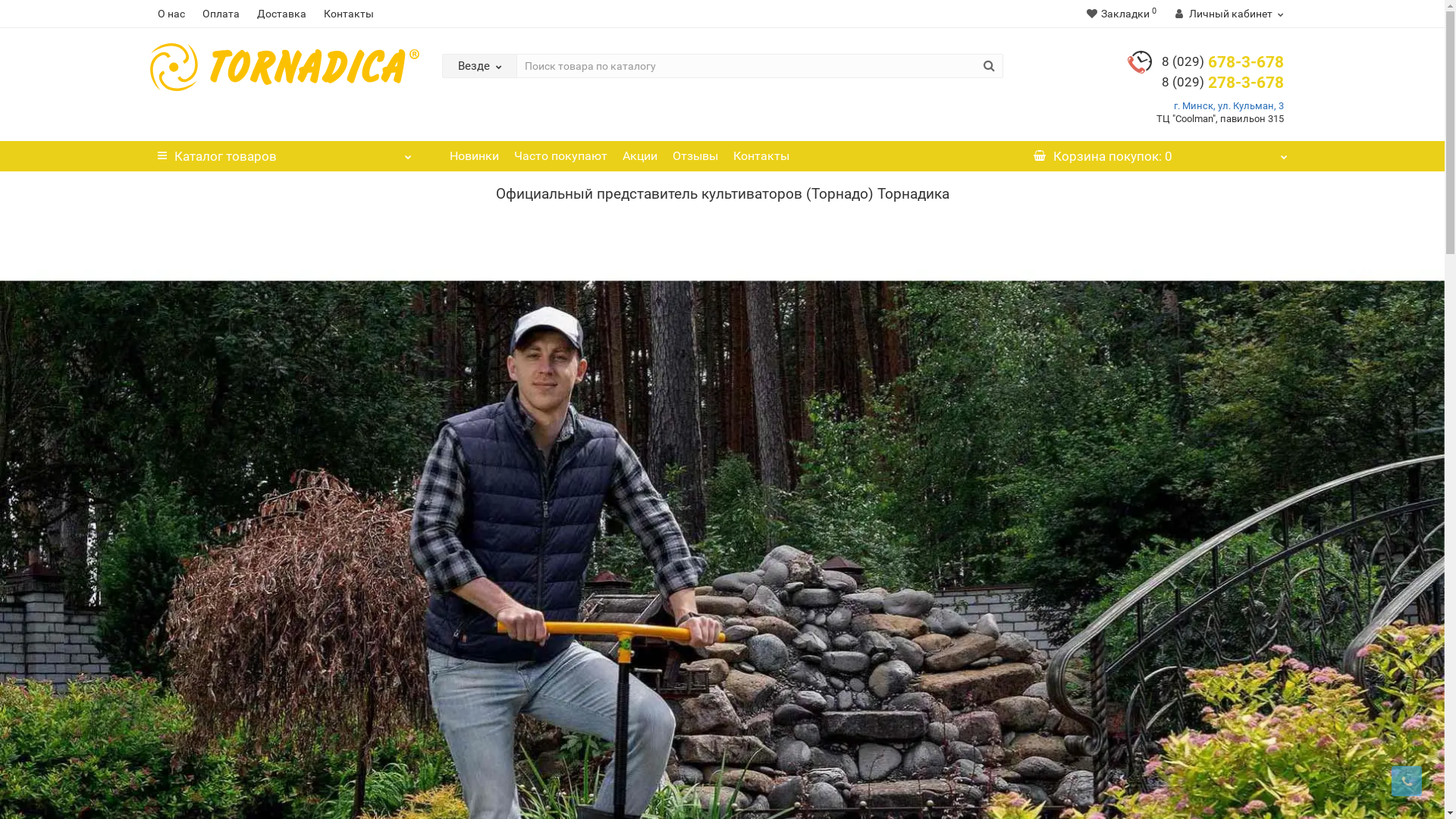 The height and width of the screenshot is (819, 1456). Describe the element at coordinates (1222, 82) in the screenshot. I see `'8 (029) 278-3-678'` at that location.